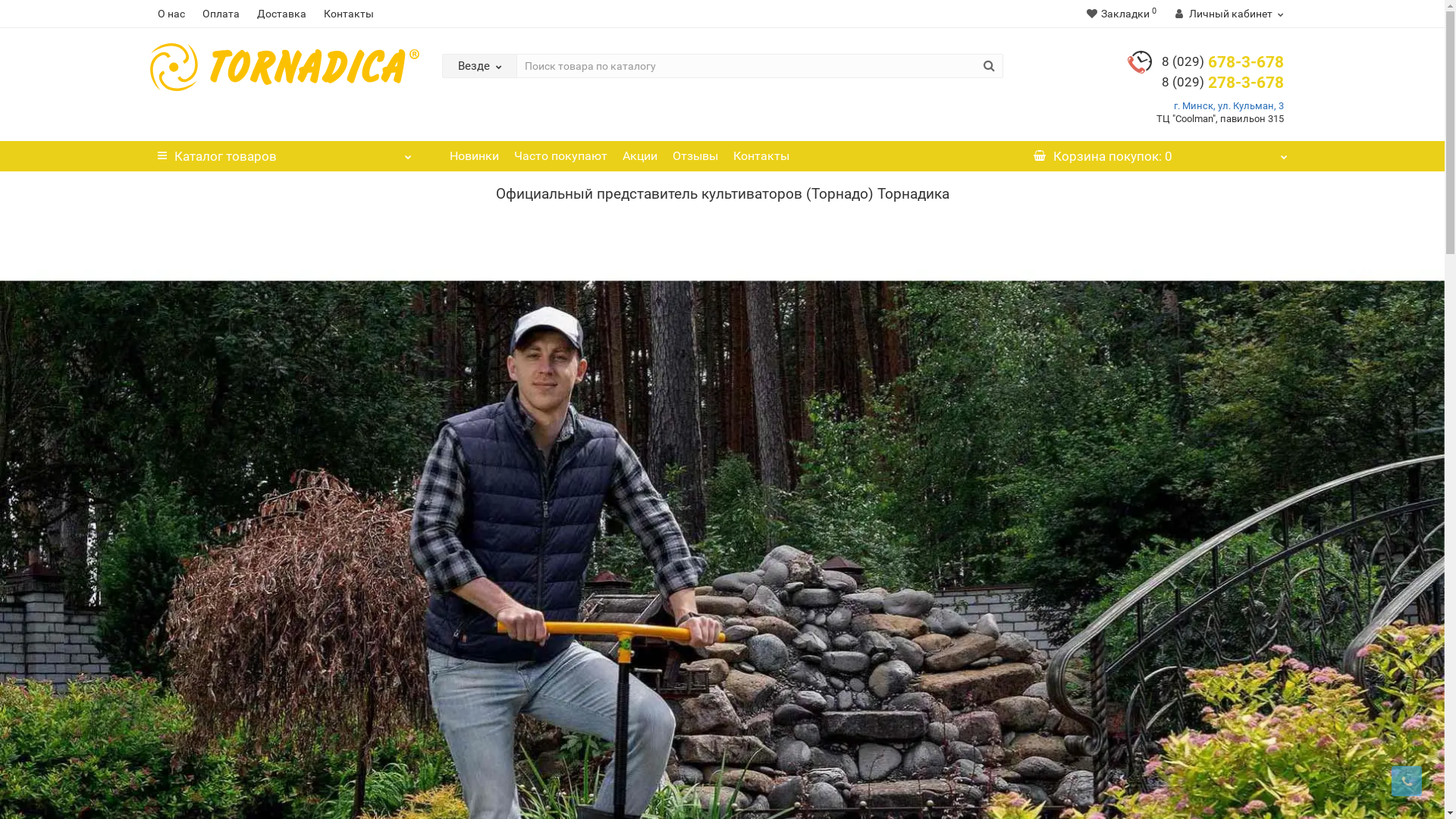 The height and width of the screenshot is (819, 1456). Describe the element at coordinates (1222, 82) in the screenshot. I see `'8 (029) 278-3-678'` at that location.